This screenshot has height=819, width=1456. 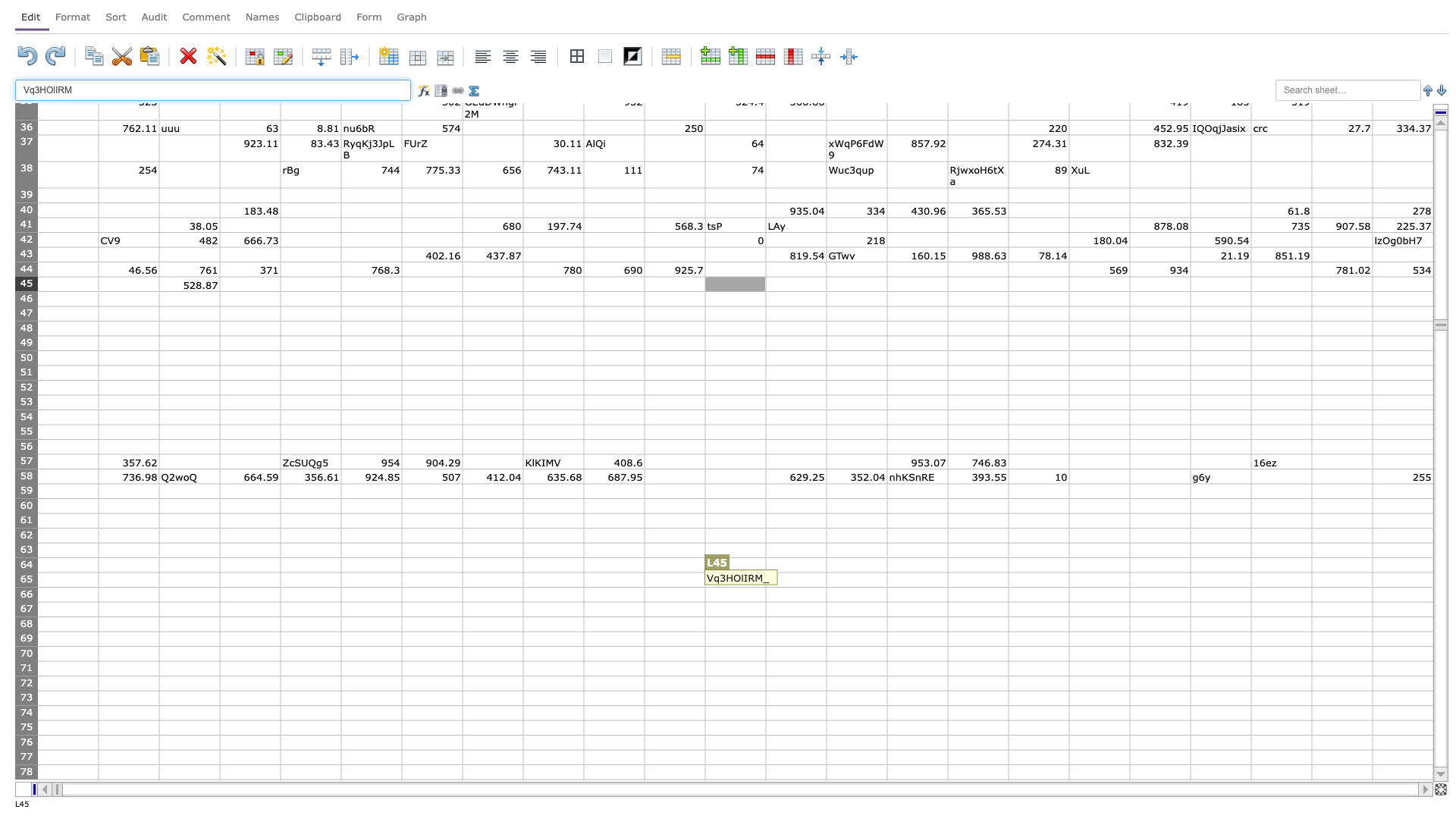 What do you see at coordinates (825, 586) in the screenshot?
I see `Lower right of M65` at bounding box center [825, 586].